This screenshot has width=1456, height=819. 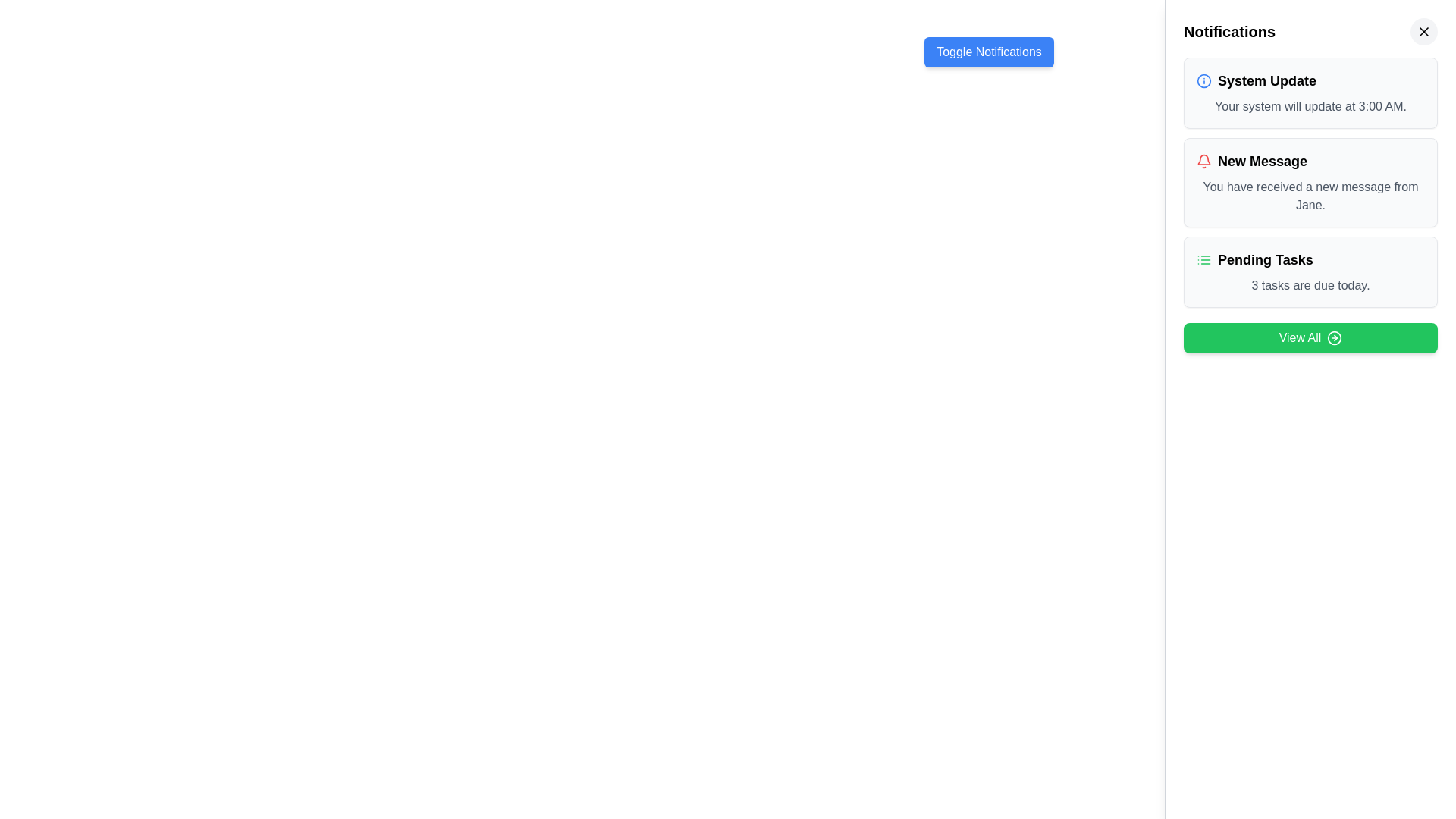 What do you see at coordinates (1203, 81) in the screenshot?
I see `the blue stroke circular graphic that serves as the primary part of the SVG icon located at the top-left corner of the 'System Update' notification card` at bounding box center [1203, 81].